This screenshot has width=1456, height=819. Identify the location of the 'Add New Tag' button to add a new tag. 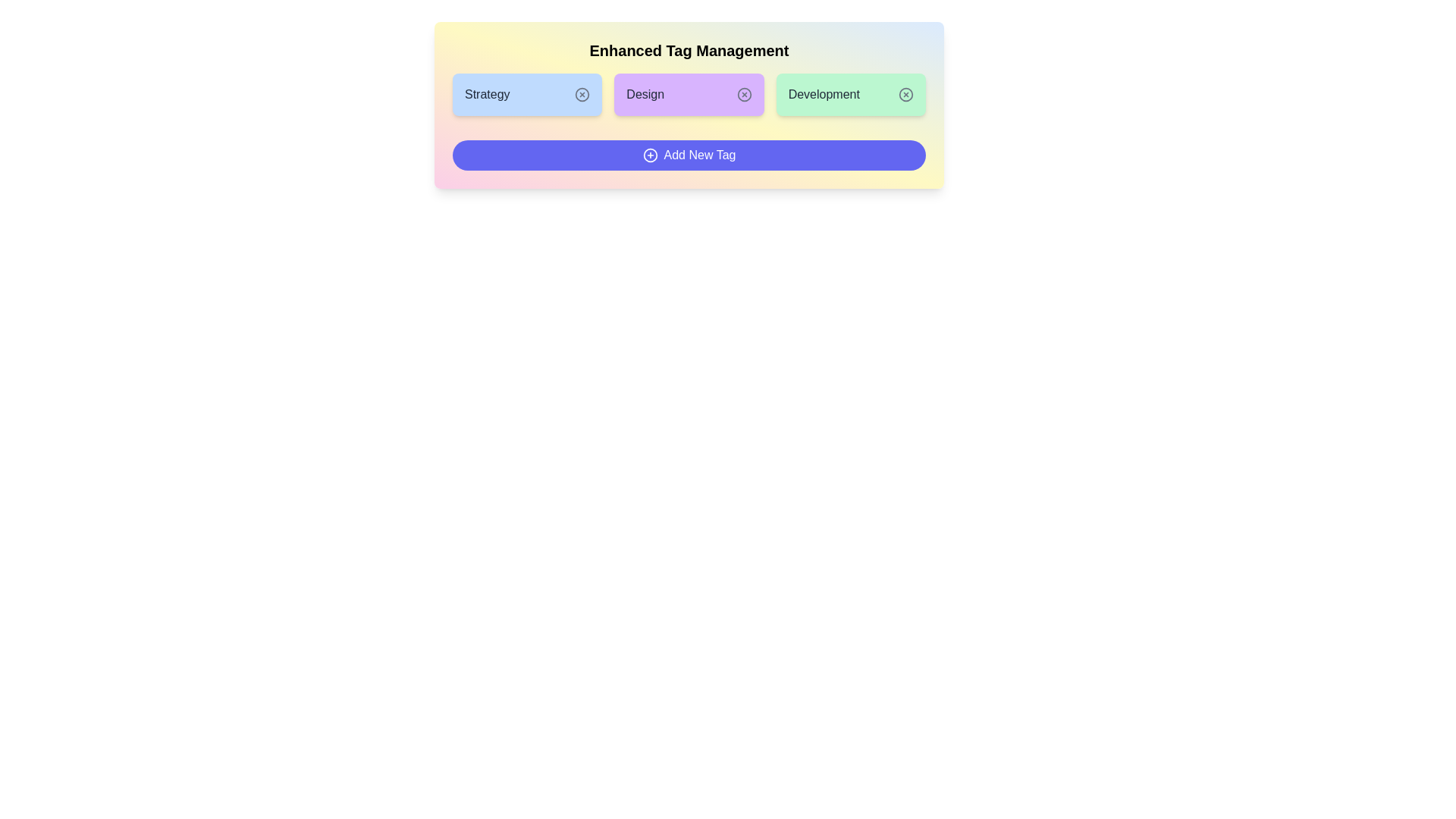
(687, 155).